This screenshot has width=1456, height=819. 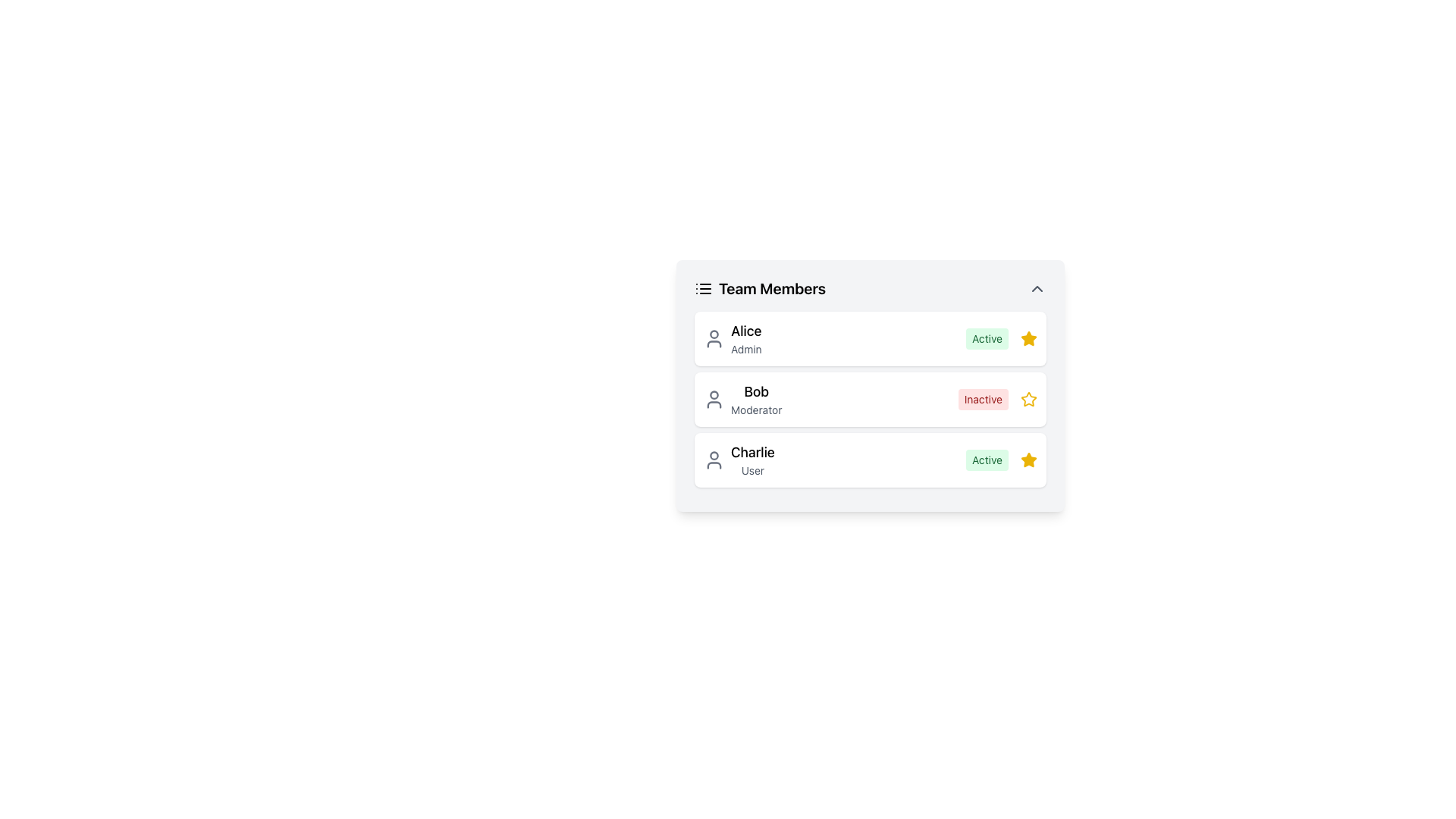 I want to click on the Profile Display element showing the avatar icon and the name 'Charlie' in bold, which is the third entry under the 'Team Members' header, so click(x=739, y=459).